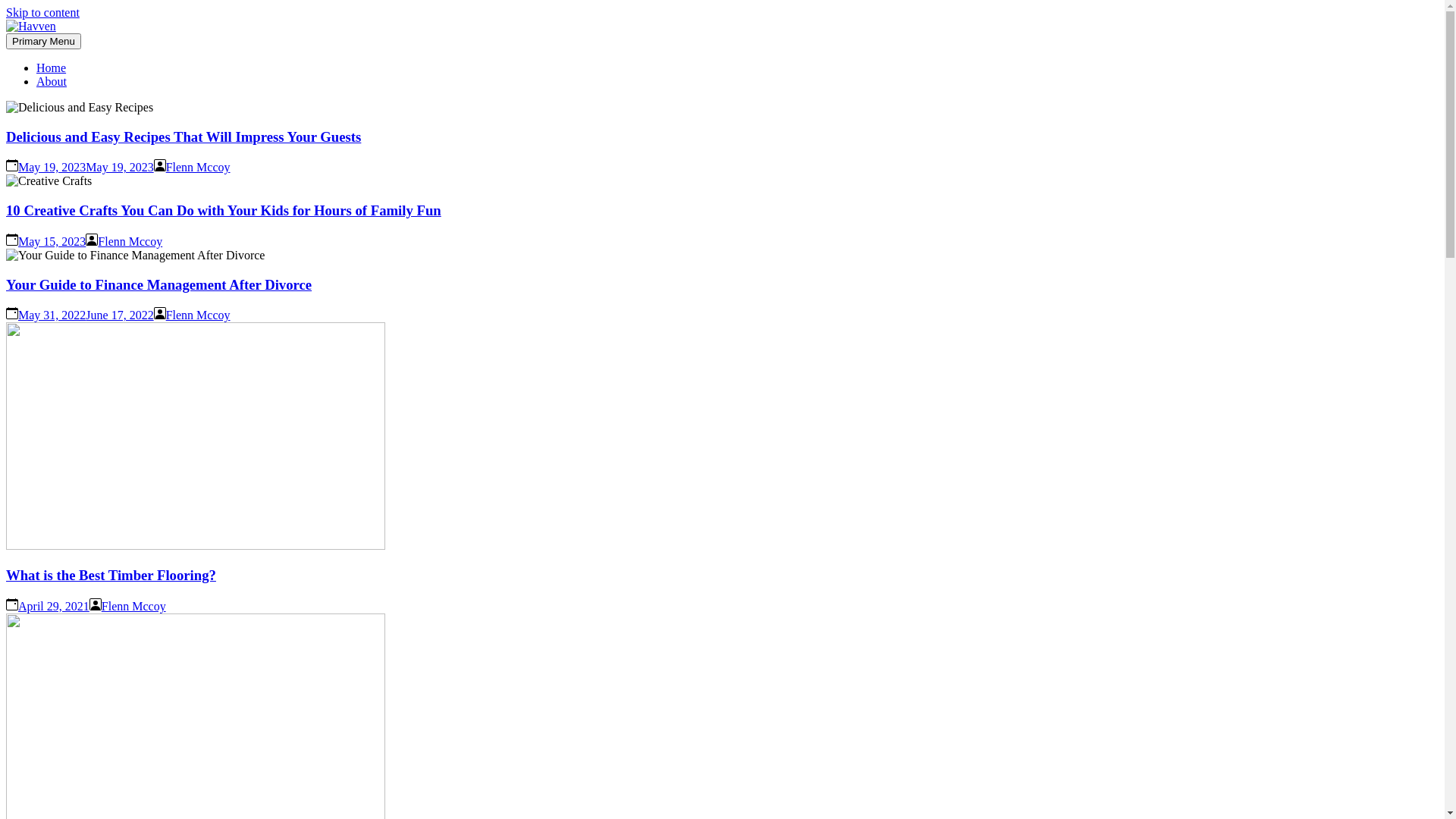 The width and height of the screenshot is (1456, 819). Describe the element at coordinates (182, 136) in the screenshot. I see `'Delicious and Easy Recipes That Will Impress Your Guests'` at that location.